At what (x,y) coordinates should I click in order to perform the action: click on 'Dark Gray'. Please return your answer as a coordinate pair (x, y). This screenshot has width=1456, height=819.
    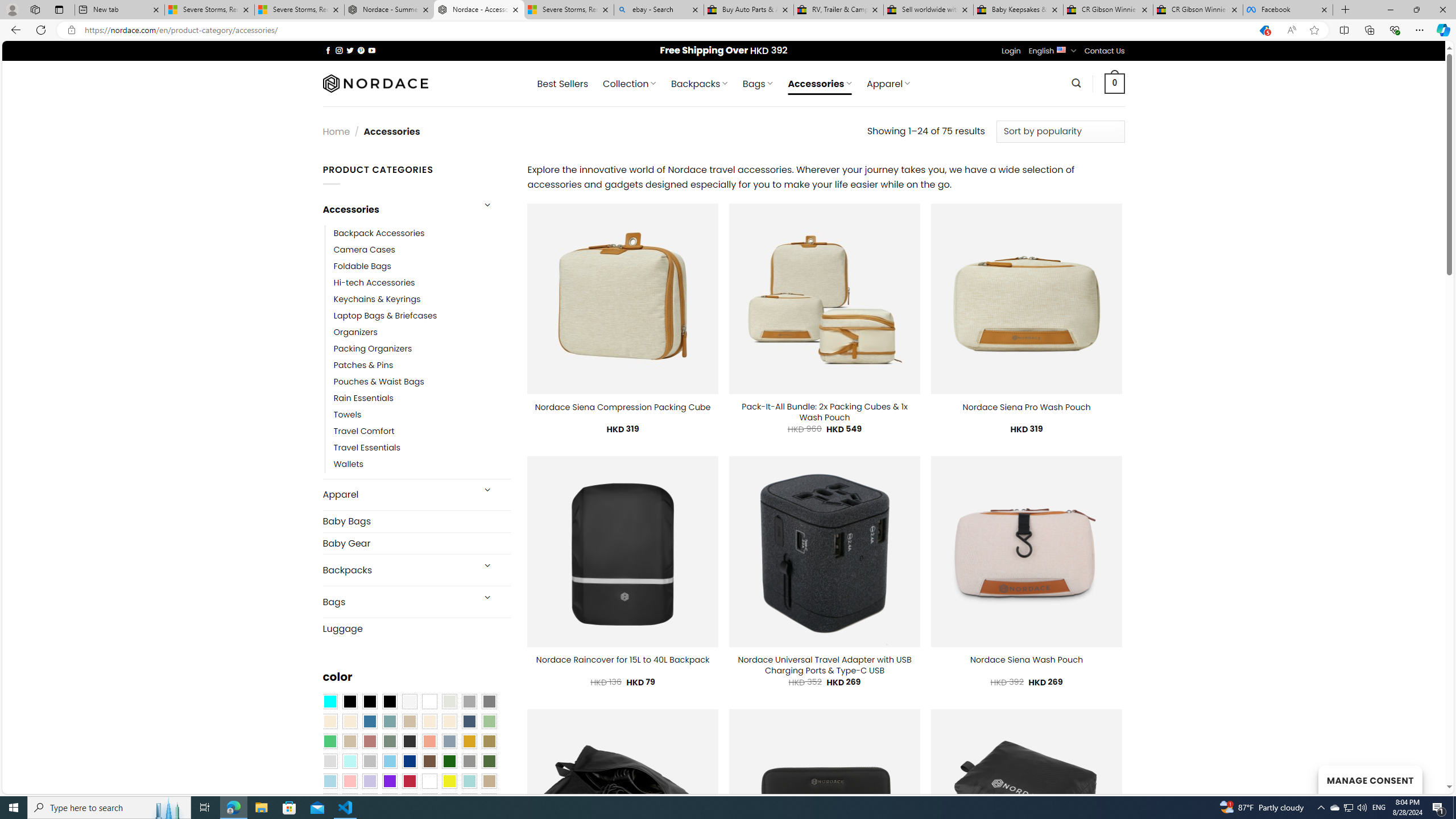
    Looking at the image, I should click on (468, 701).